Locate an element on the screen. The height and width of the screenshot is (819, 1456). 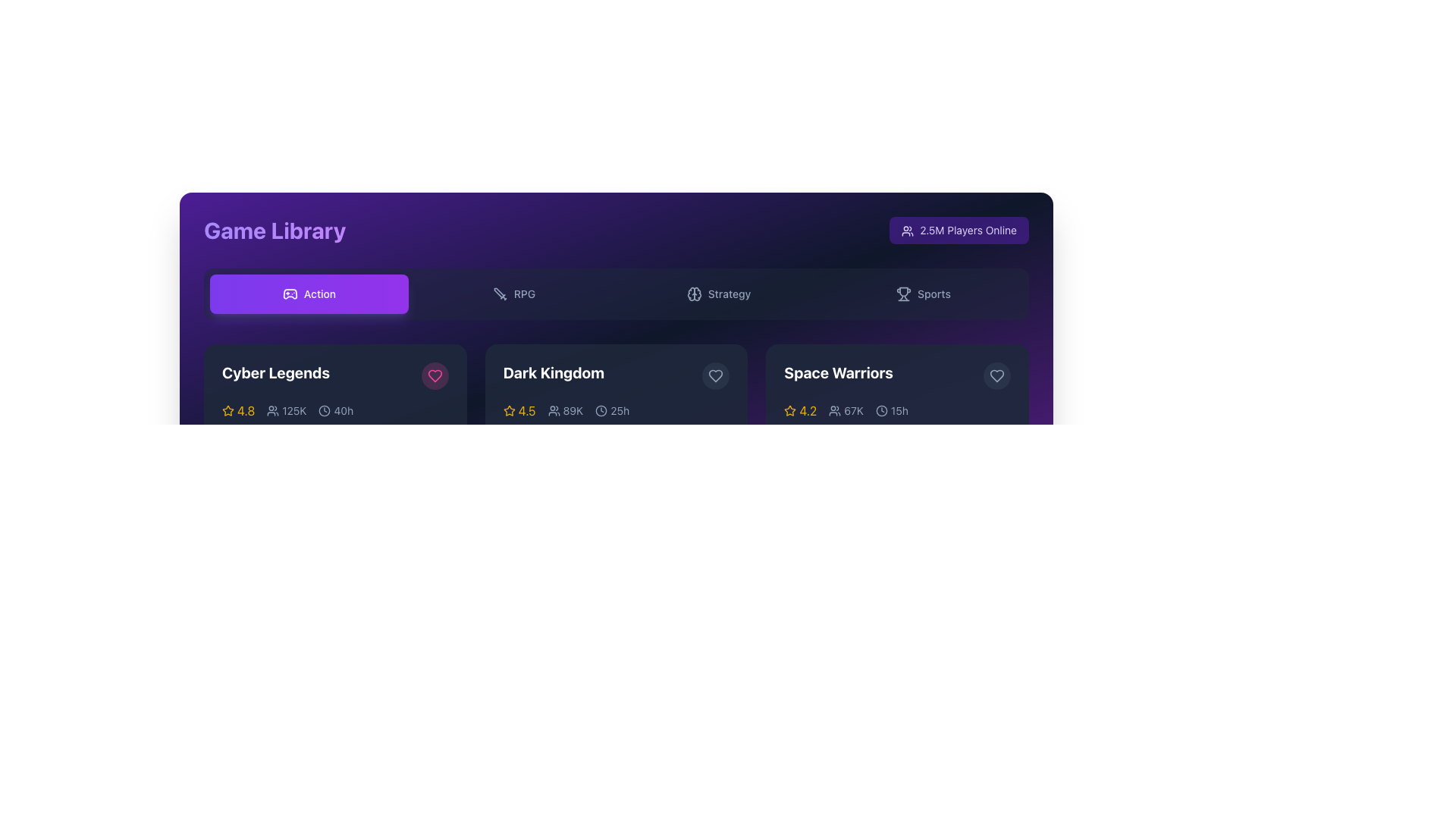
the outer circular boundary of the clock symbol in the SVG graphic, located near the 'Strategy' category label is located at coordinates (601, 411).